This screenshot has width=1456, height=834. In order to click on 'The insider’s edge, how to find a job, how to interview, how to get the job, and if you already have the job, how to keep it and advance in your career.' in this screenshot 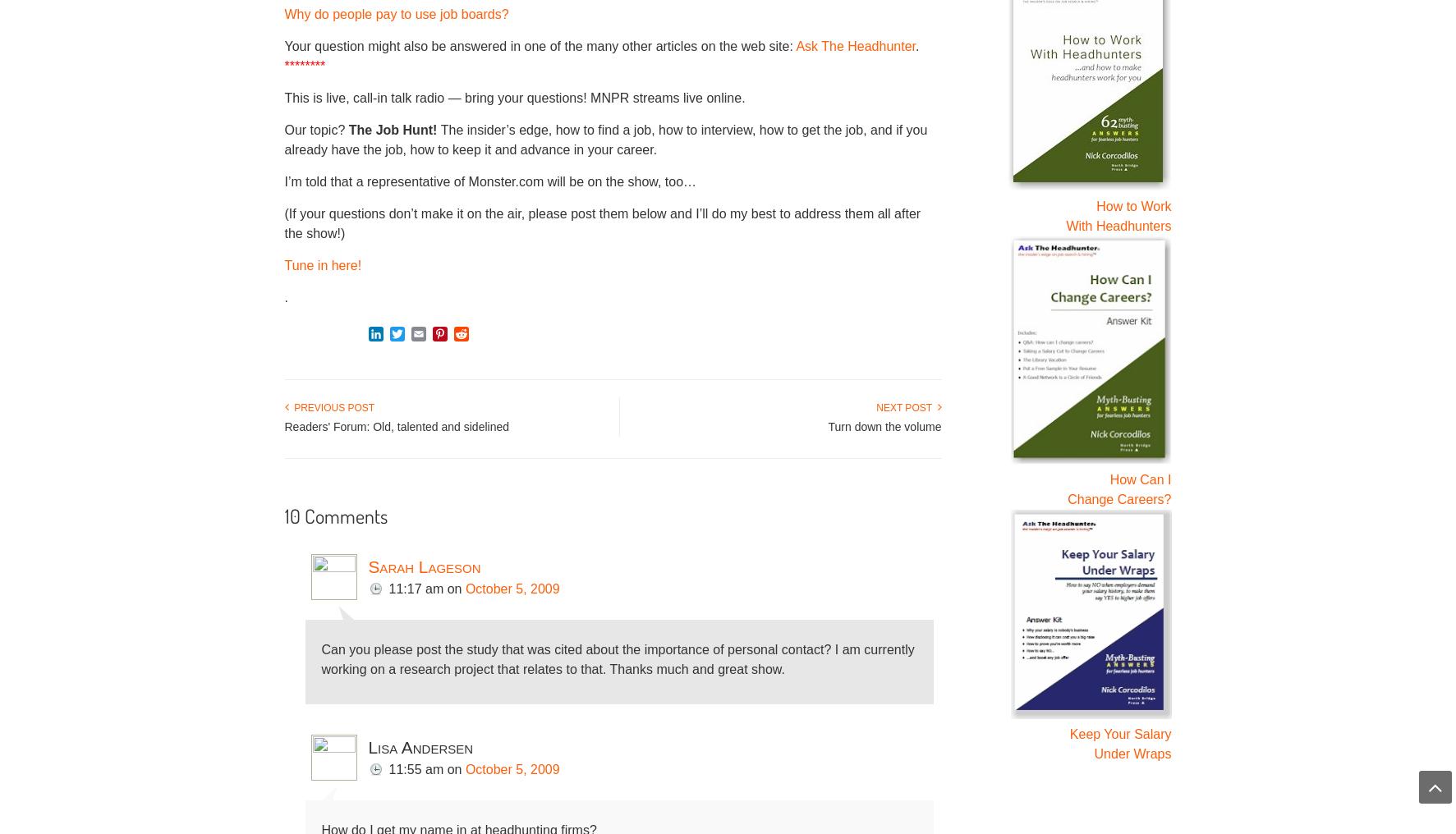, I will do `click(605, 138)`.